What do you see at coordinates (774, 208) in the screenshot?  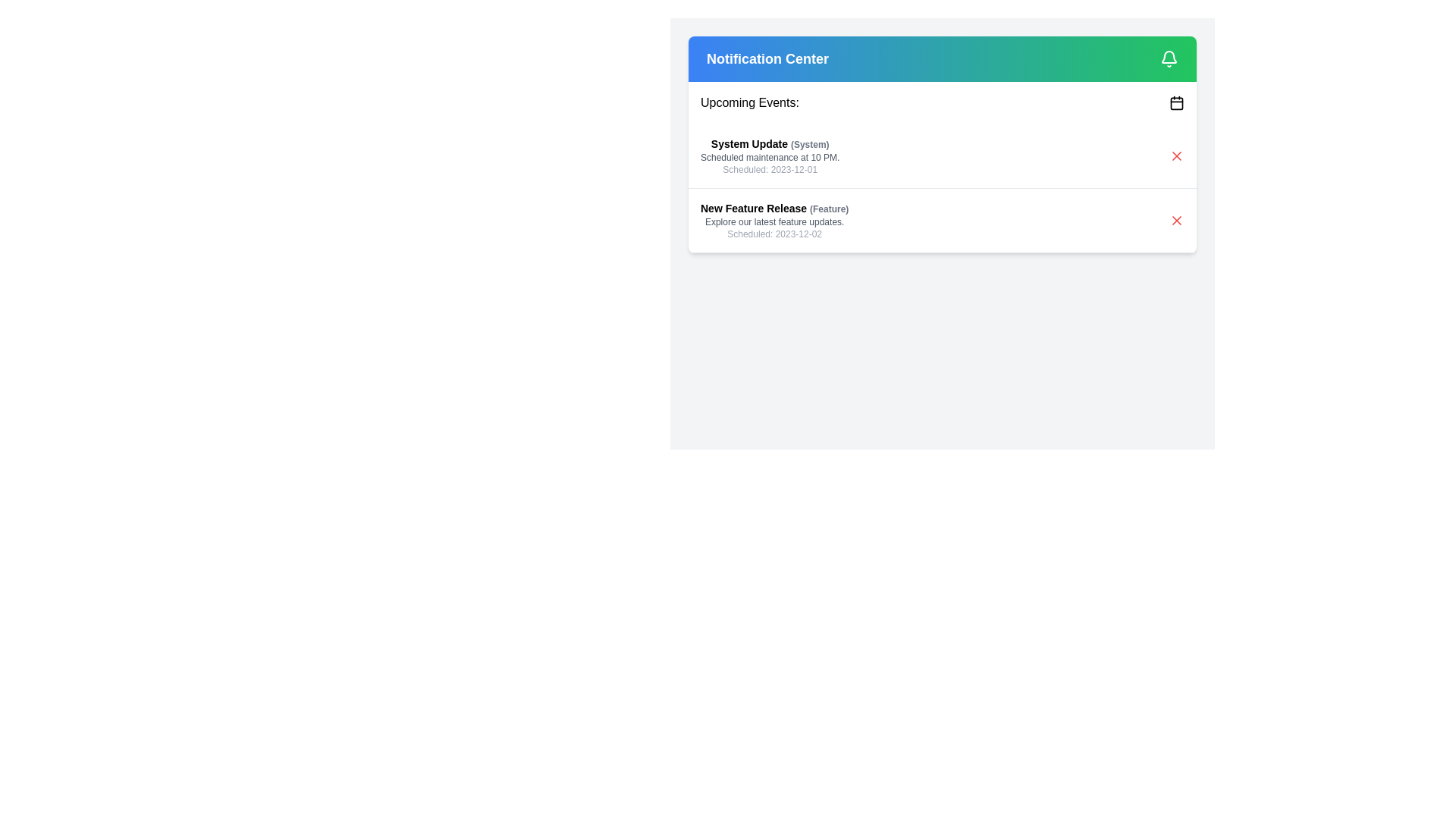 I see `the Text Label that acts as a title or header for a notification entry summarizing the notification's topic, located within the 'Notification Center' under 'Upcoming Events'` at bounding box center [774, 208].